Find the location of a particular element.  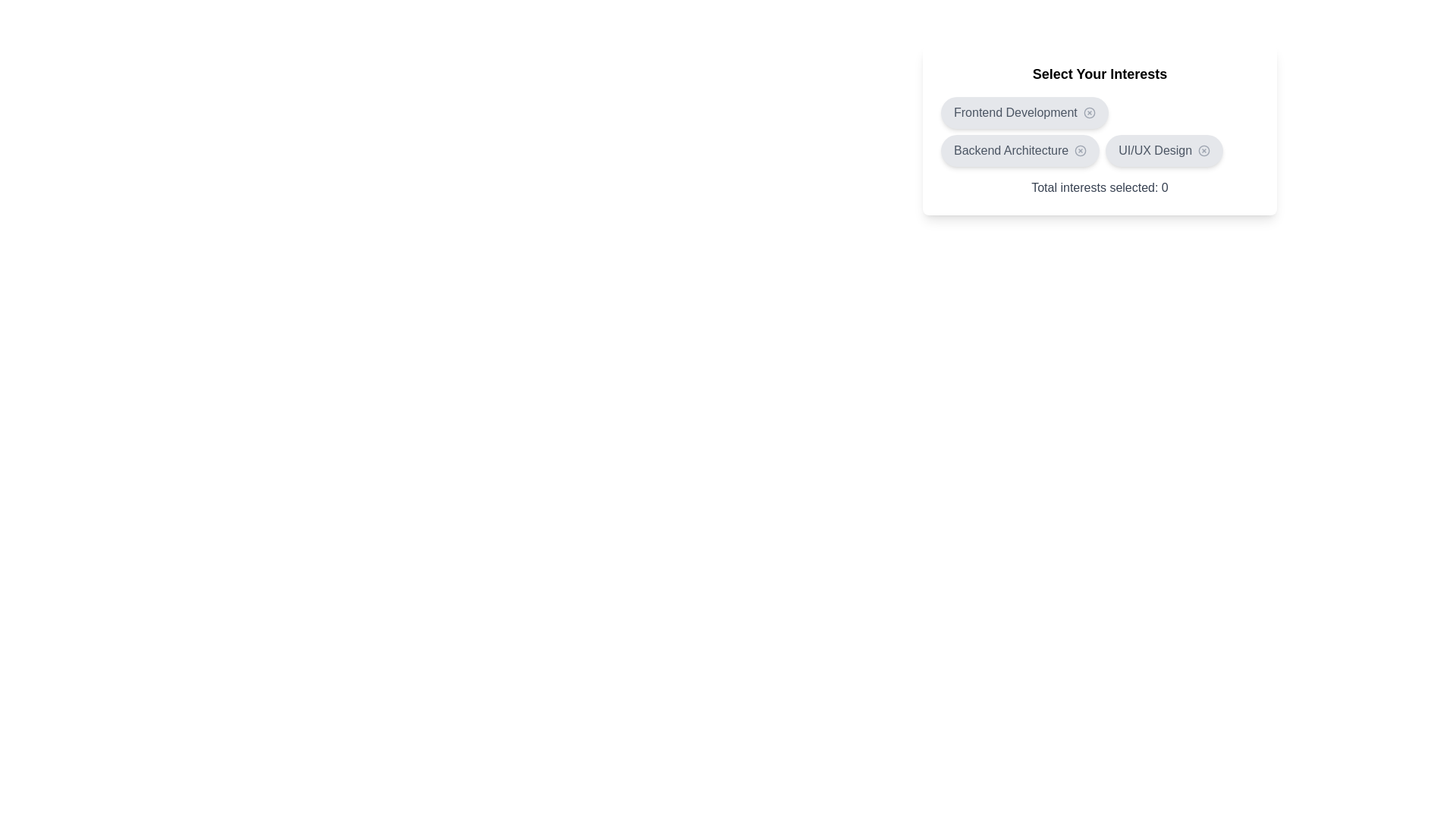

the Button-like icon associated with the 'Backend Architecture' label is located at coordinates (1080, 151).